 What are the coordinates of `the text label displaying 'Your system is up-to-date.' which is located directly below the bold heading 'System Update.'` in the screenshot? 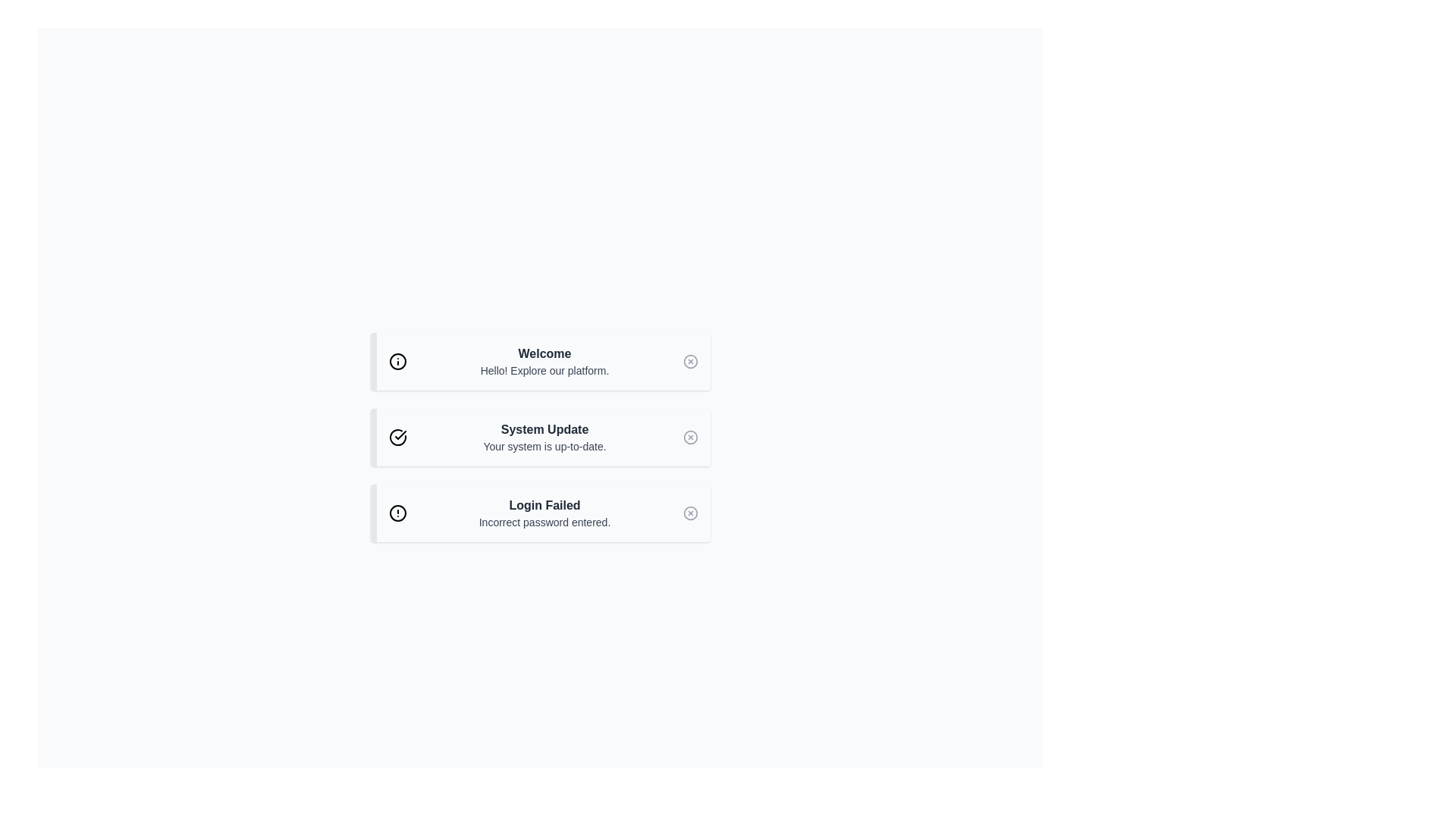 It's located at (544, 446).